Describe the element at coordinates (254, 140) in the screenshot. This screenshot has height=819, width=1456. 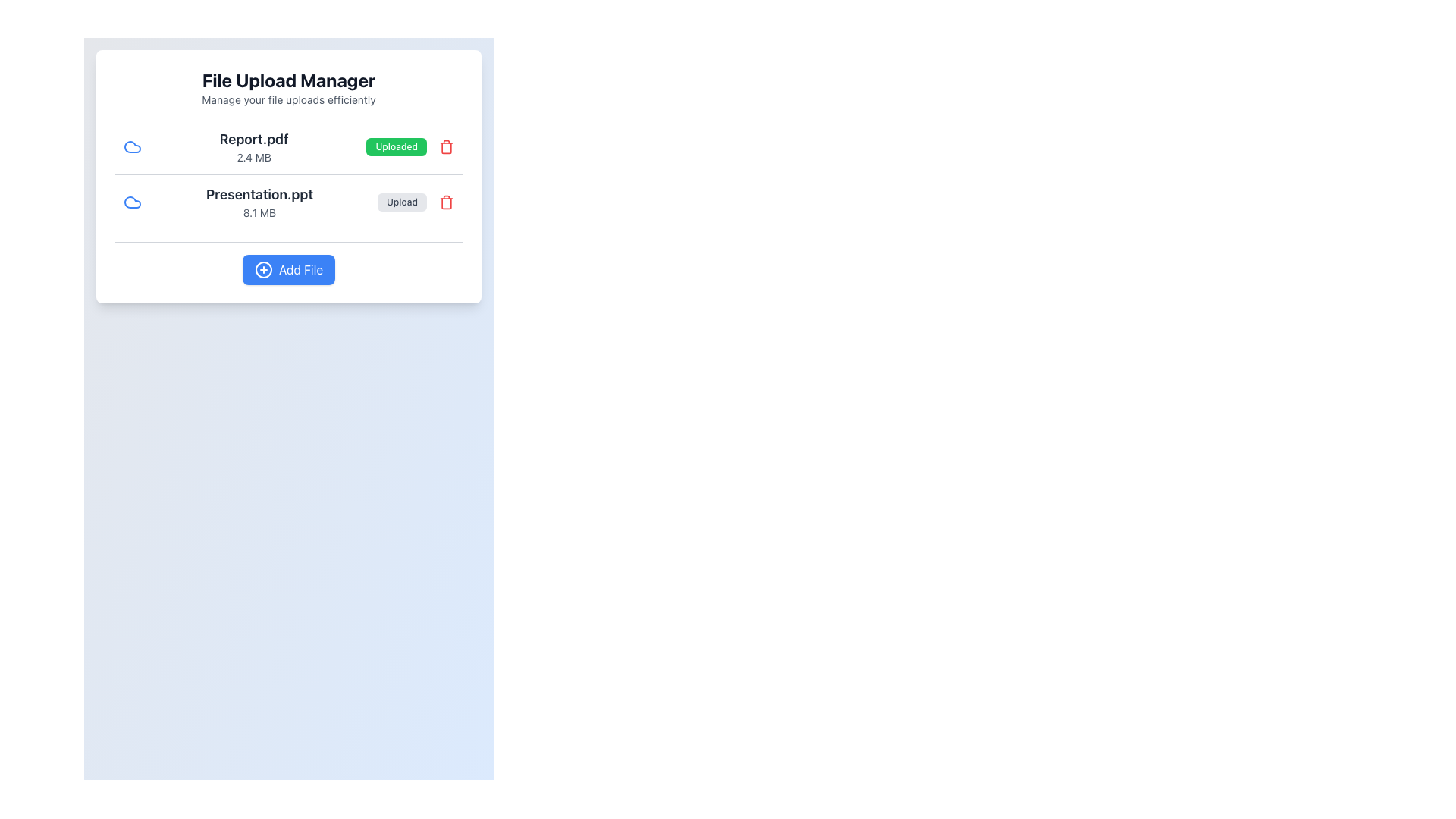
I see `the text label that serves as the title or name of a file listed in the file manager interface, which is the first line of text in a two-line information block` at that location.